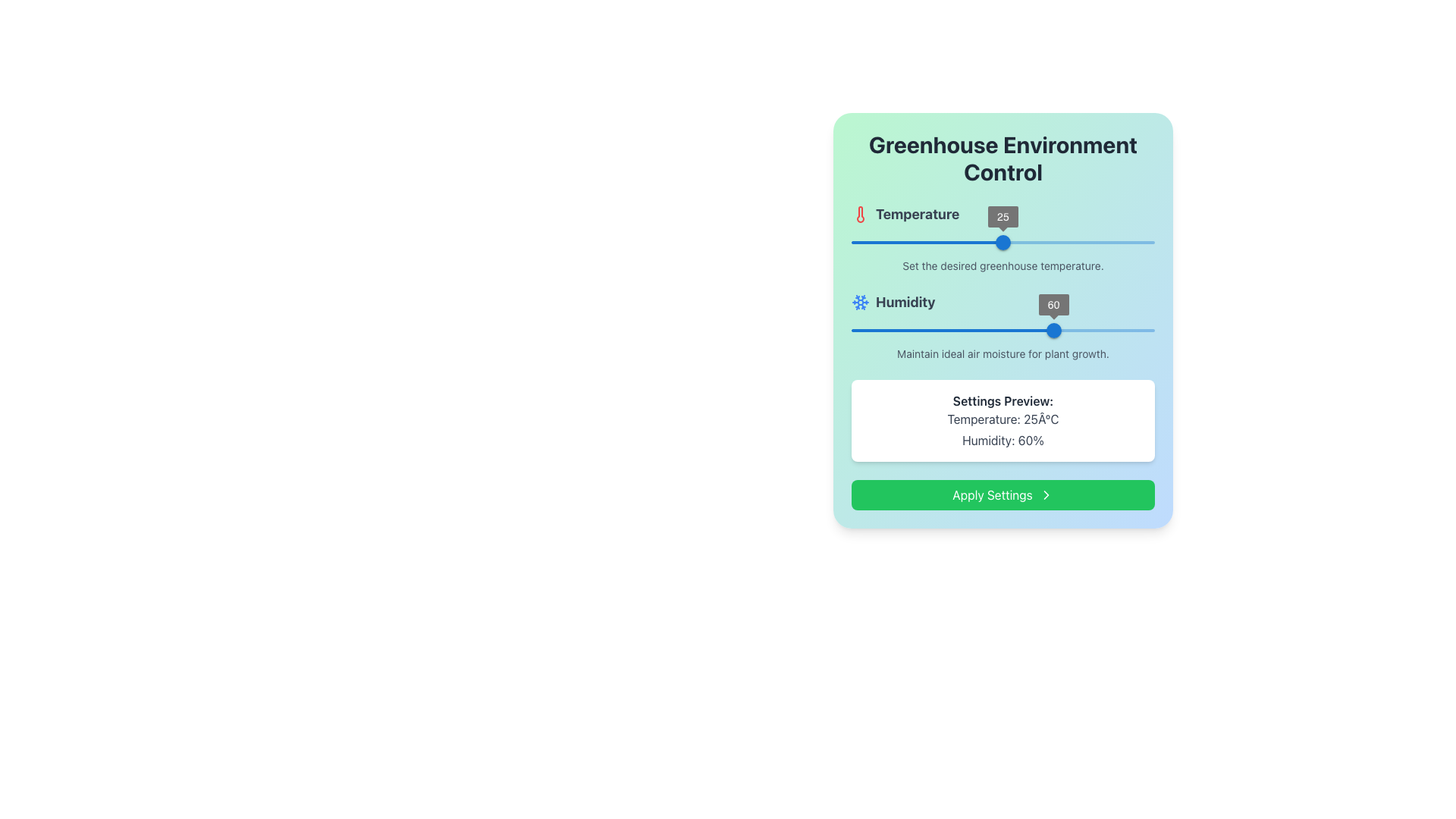 This screenshot has height=819, width=1456. Describe the element at coordinates (1053, 304) in the screenshot. I see `the Value label that displays the current value (60) of the 'Humidity' slider, which is positioned slightly above the second slider in the middle of the track` at that location.